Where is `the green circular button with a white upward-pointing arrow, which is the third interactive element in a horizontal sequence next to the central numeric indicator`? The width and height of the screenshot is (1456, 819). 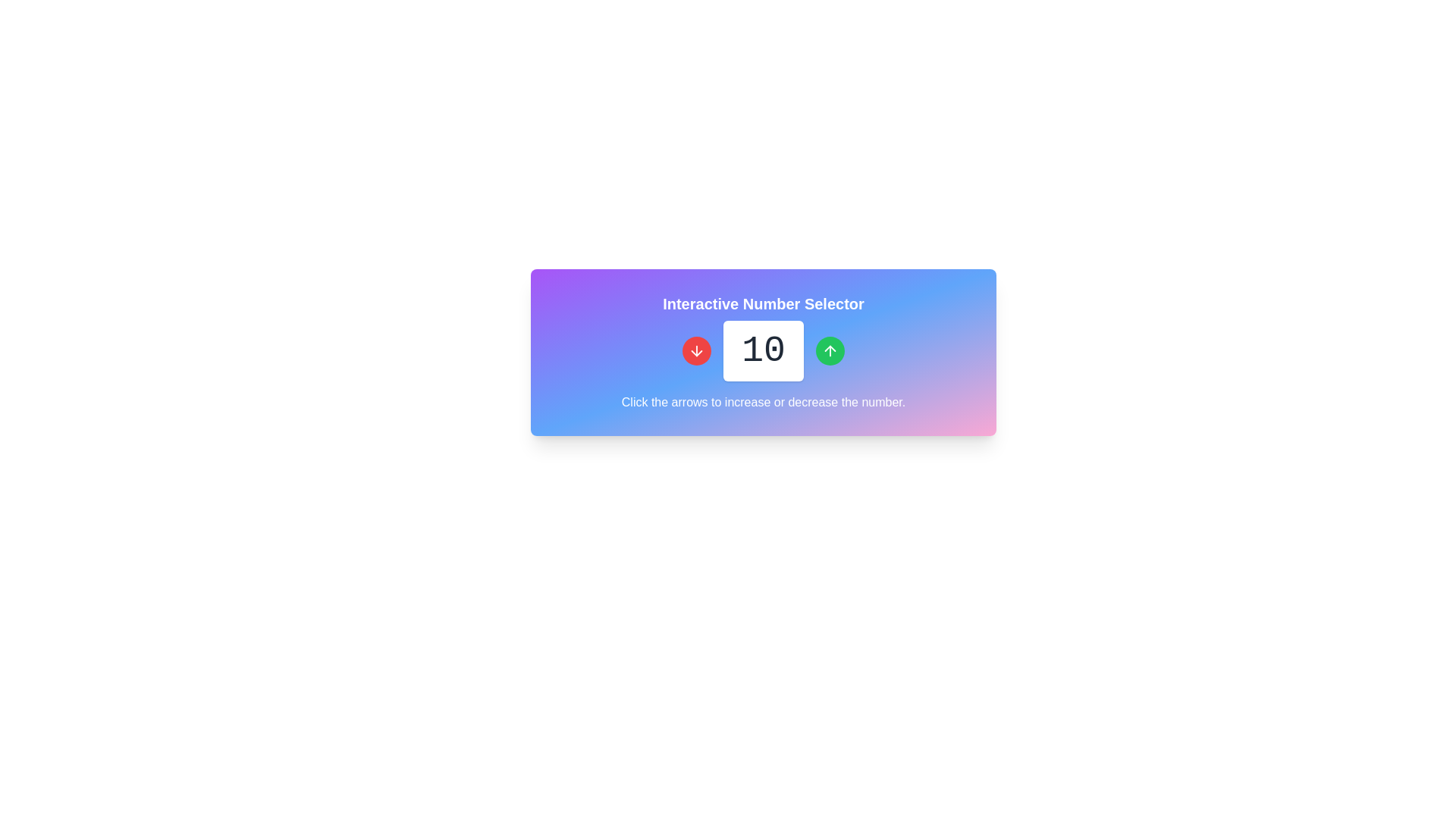 the green circular button with a white upward-pointing arrow, which is the third interactive element in a horizontal sequence next to the central numeric indicator is located at coordinates (829, 350).